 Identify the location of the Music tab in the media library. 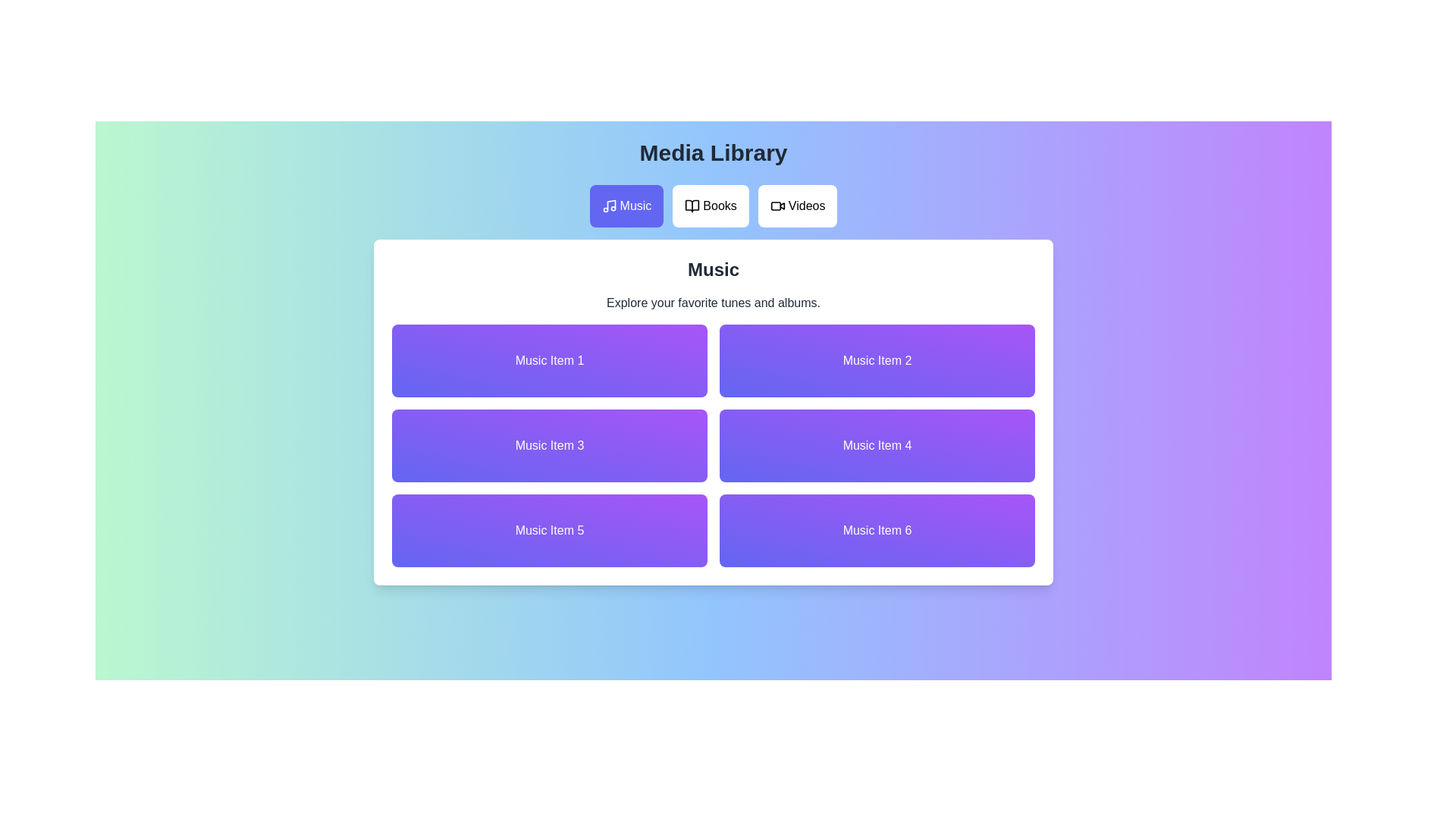
(626, 206).